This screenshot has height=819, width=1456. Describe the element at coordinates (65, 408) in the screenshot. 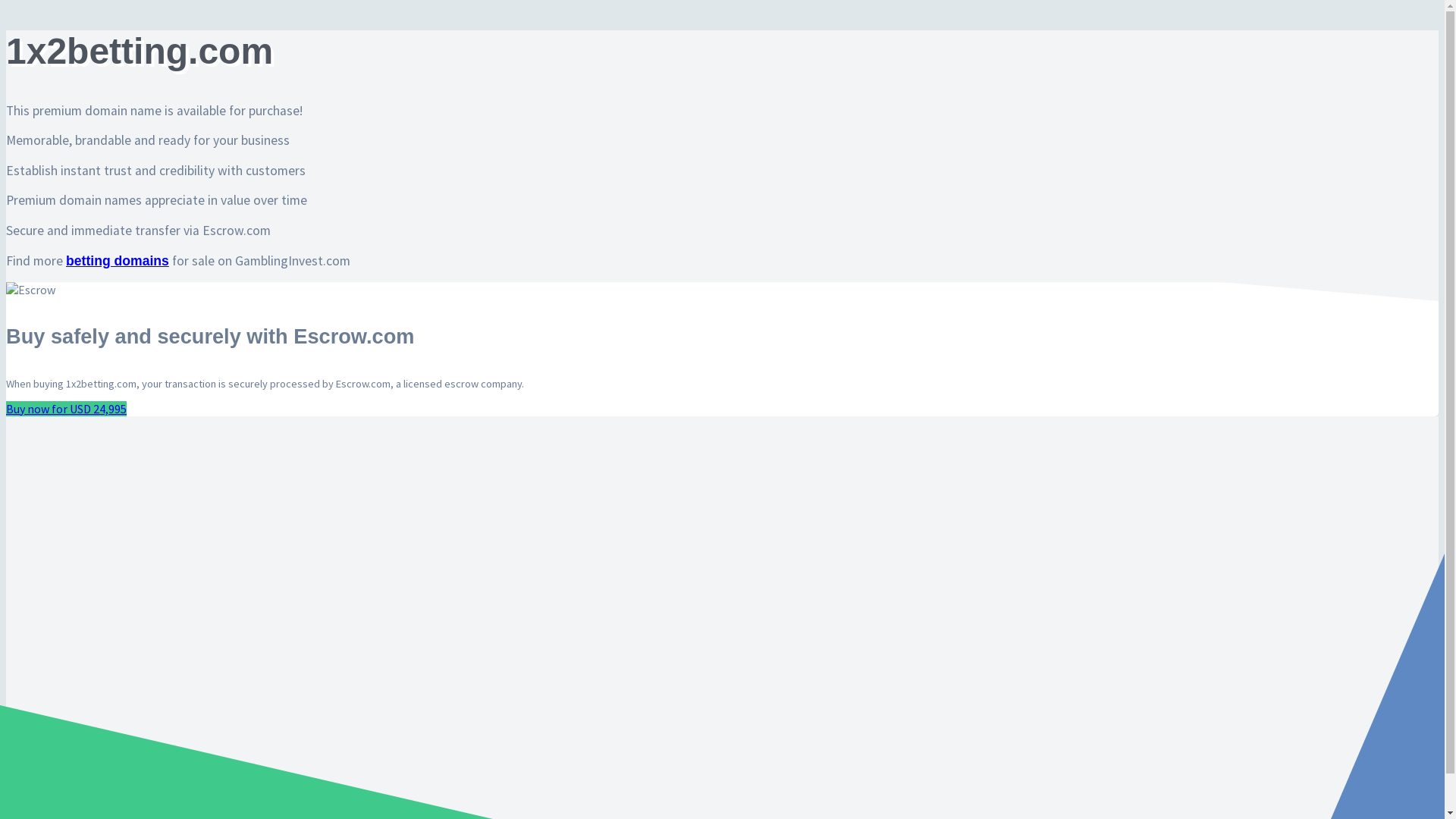

I see `'Buy now for USD 24,995'` at that location.